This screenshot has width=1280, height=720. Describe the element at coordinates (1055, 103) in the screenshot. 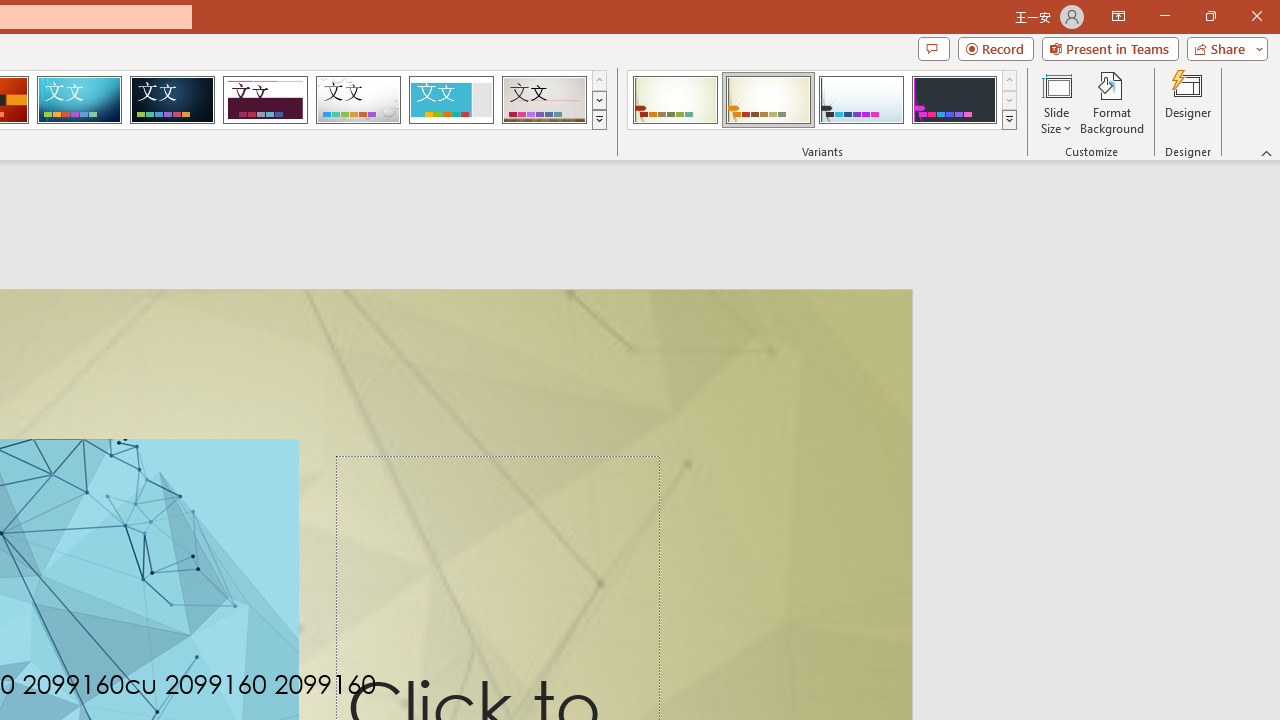

I see `'Slide Size'` at that location.